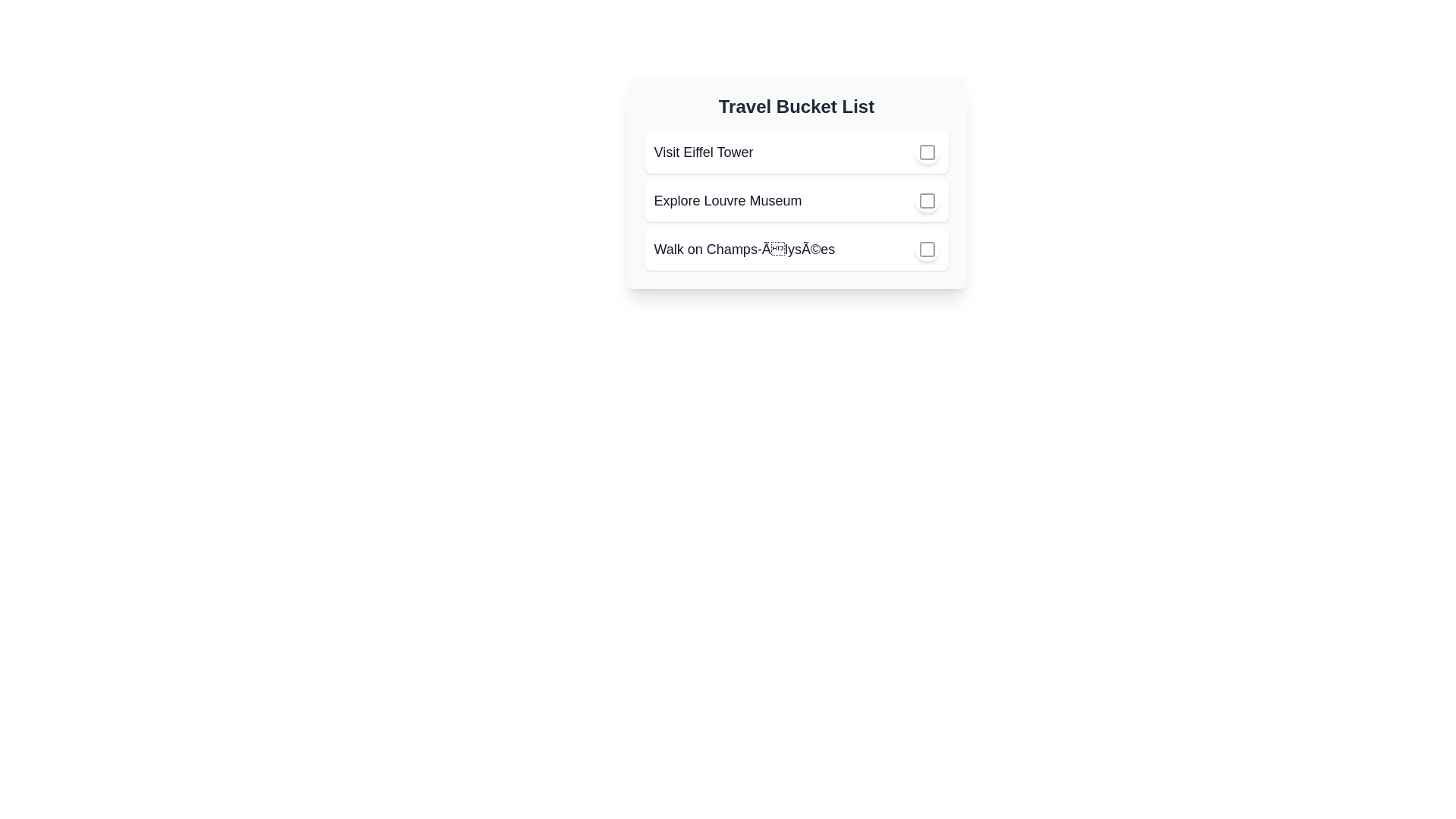 The width and height of the screenshot is (1456, 819). I want to click on the checkbox of the task 'Walk on Champs-Élysées' to mark it as completed, so click(926, 248).